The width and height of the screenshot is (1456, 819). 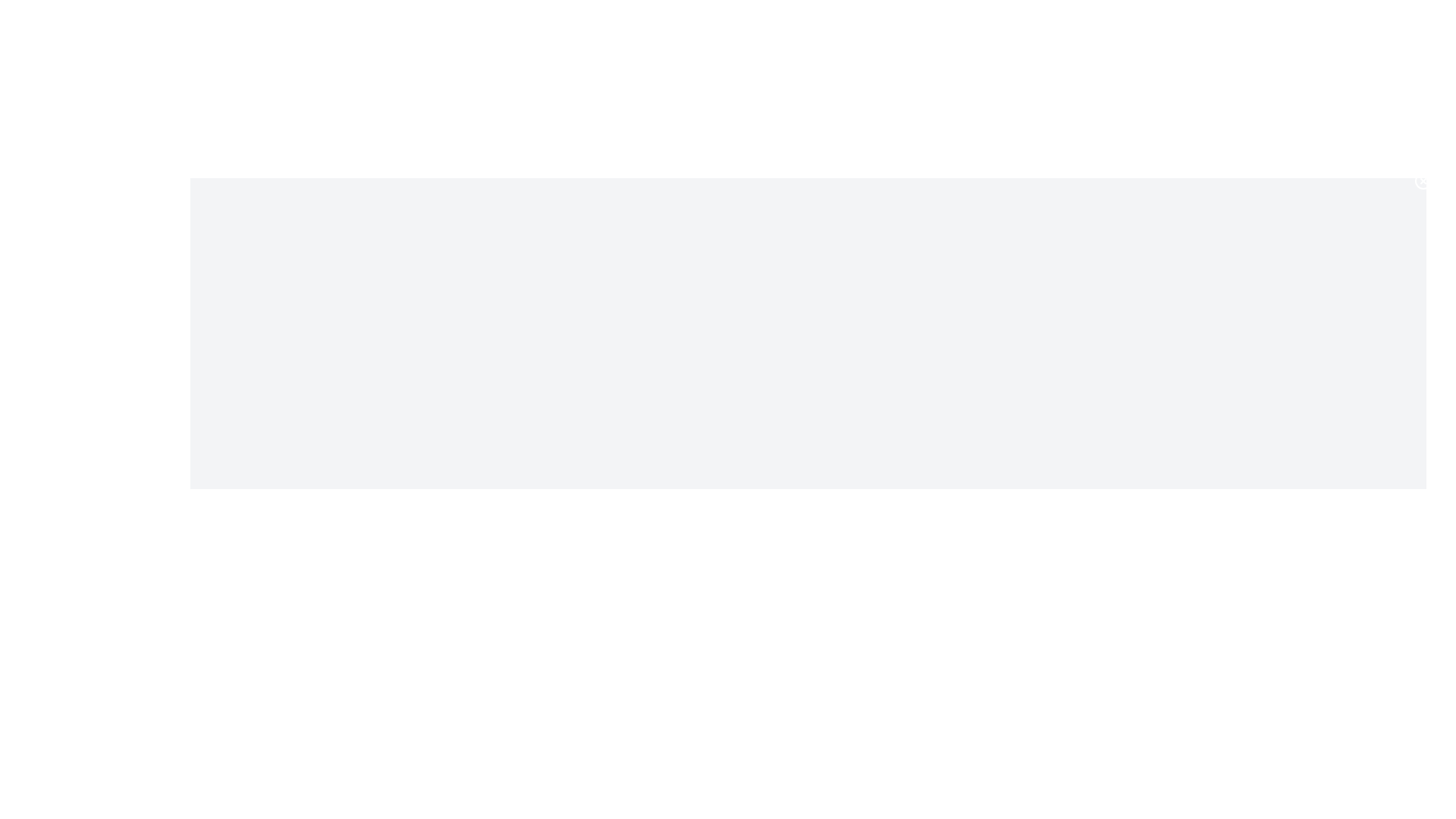 I want to click on the close button located at the top-right corner of the dialog box, so click(x=1422, y=180).